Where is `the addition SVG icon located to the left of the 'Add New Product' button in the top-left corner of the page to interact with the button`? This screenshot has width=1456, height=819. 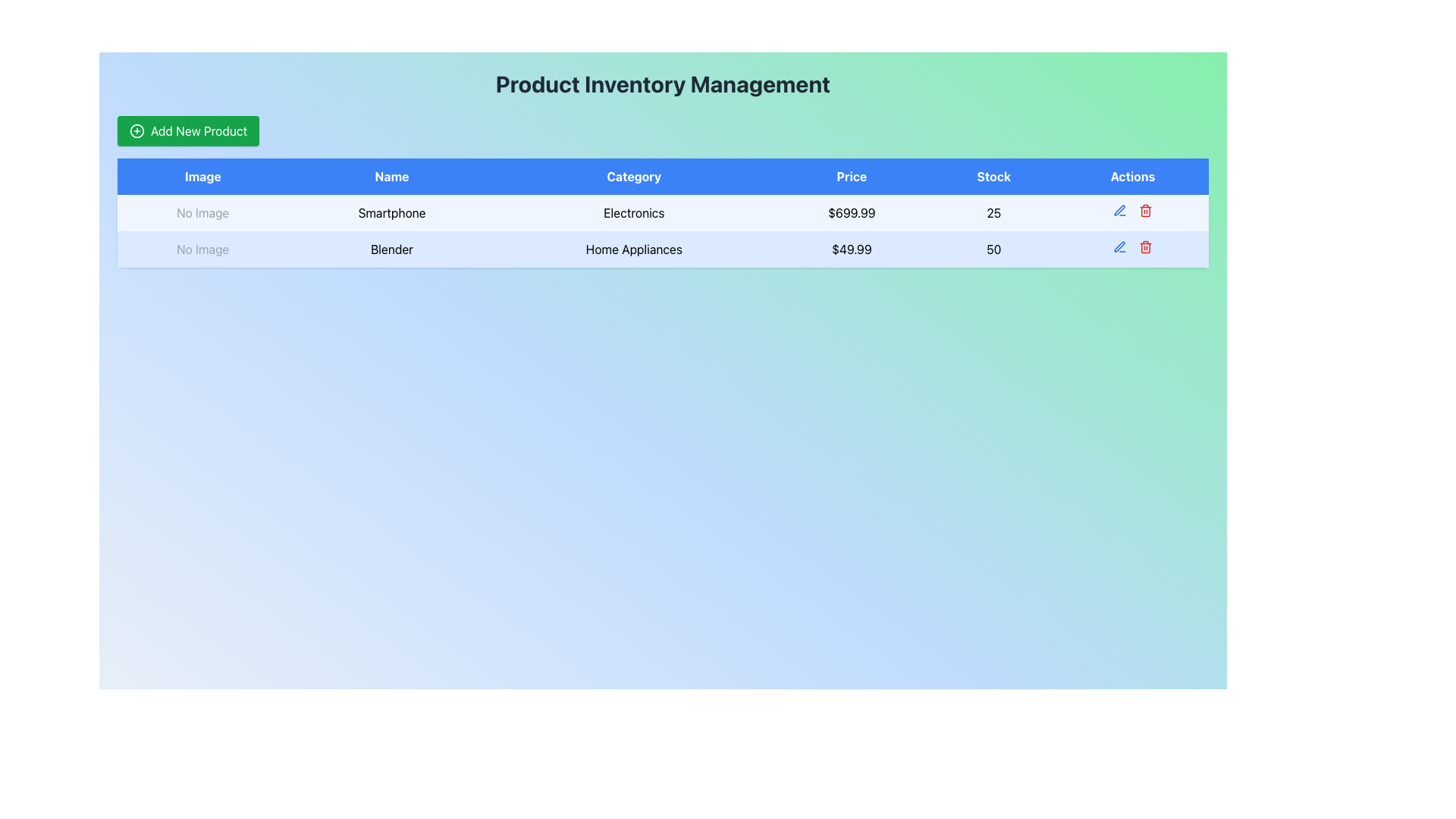 the addition SVG icon located to the left of the 'Add New Product' button in the top-left corner of the page to interact with the button is located at coordinates (137, 130).